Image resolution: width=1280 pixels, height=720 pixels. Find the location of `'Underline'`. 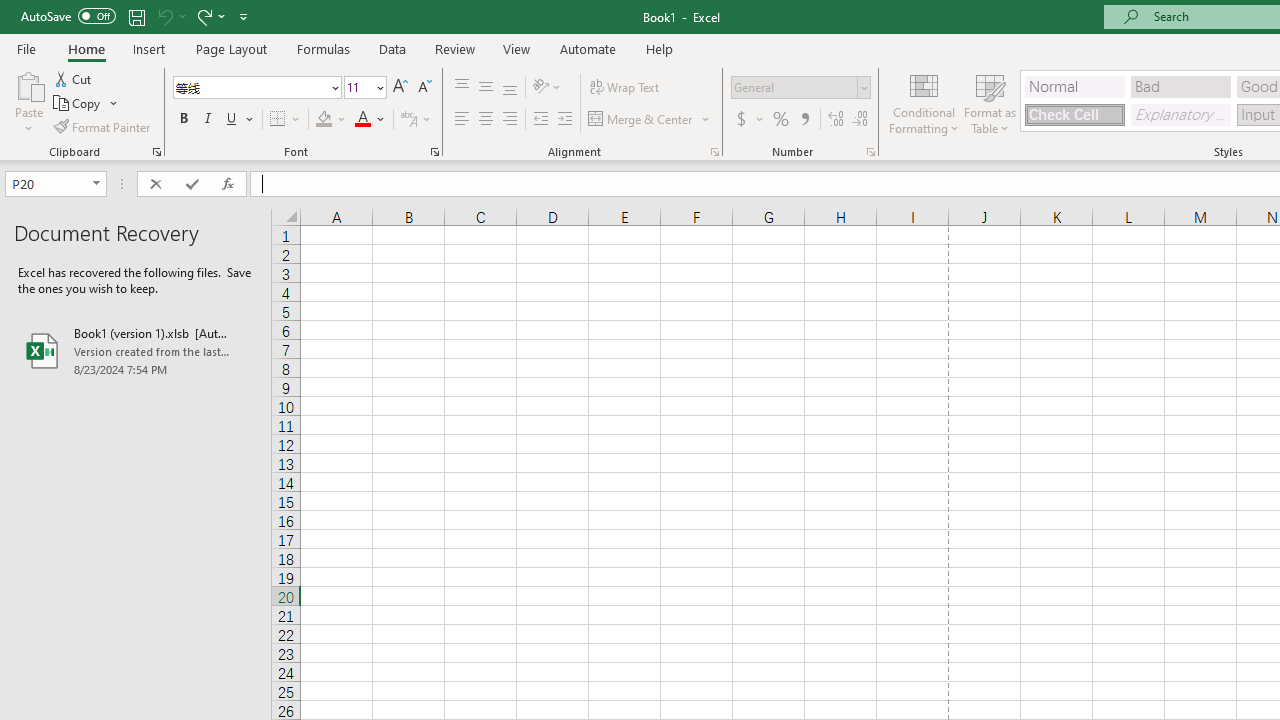

'Underline' is located at coordinates (232, 119).